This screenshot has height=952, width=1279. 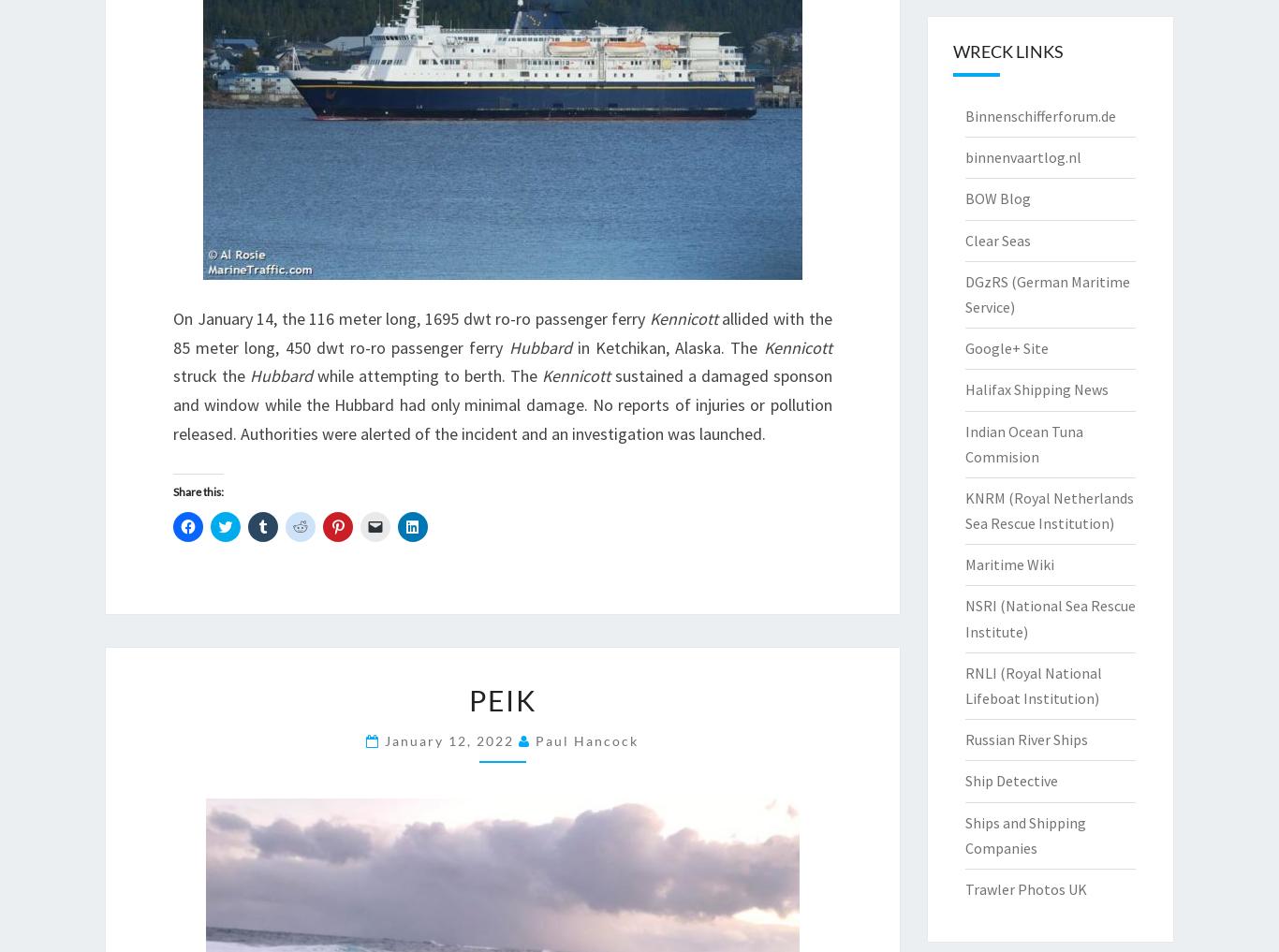 What do you see at coordinates (1035, 388) in the screenshot?
I see `'Halifax Shipping News'` at bounding box center [1035, 388].